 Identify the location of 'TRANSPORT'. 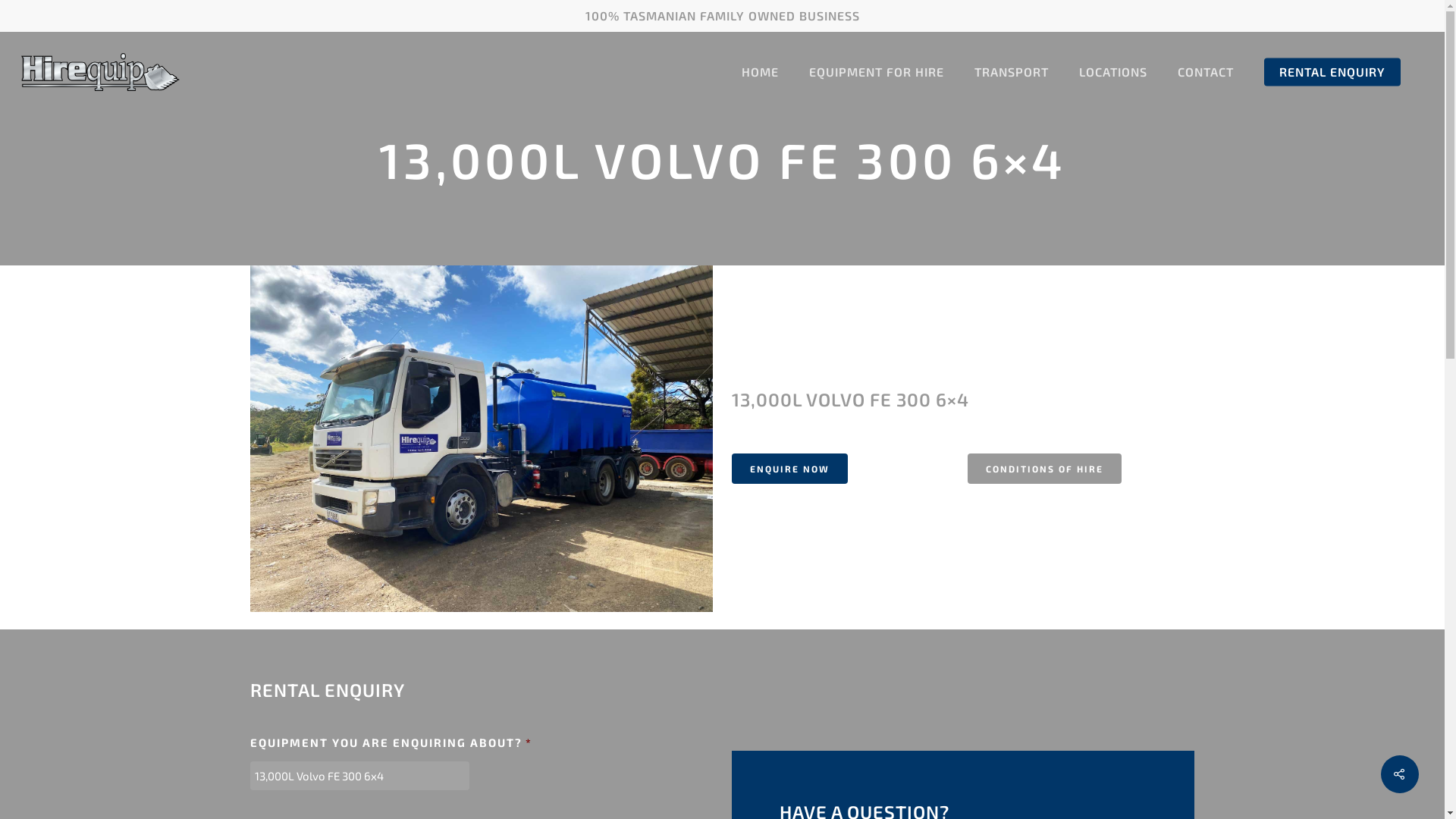
(1012, 72).